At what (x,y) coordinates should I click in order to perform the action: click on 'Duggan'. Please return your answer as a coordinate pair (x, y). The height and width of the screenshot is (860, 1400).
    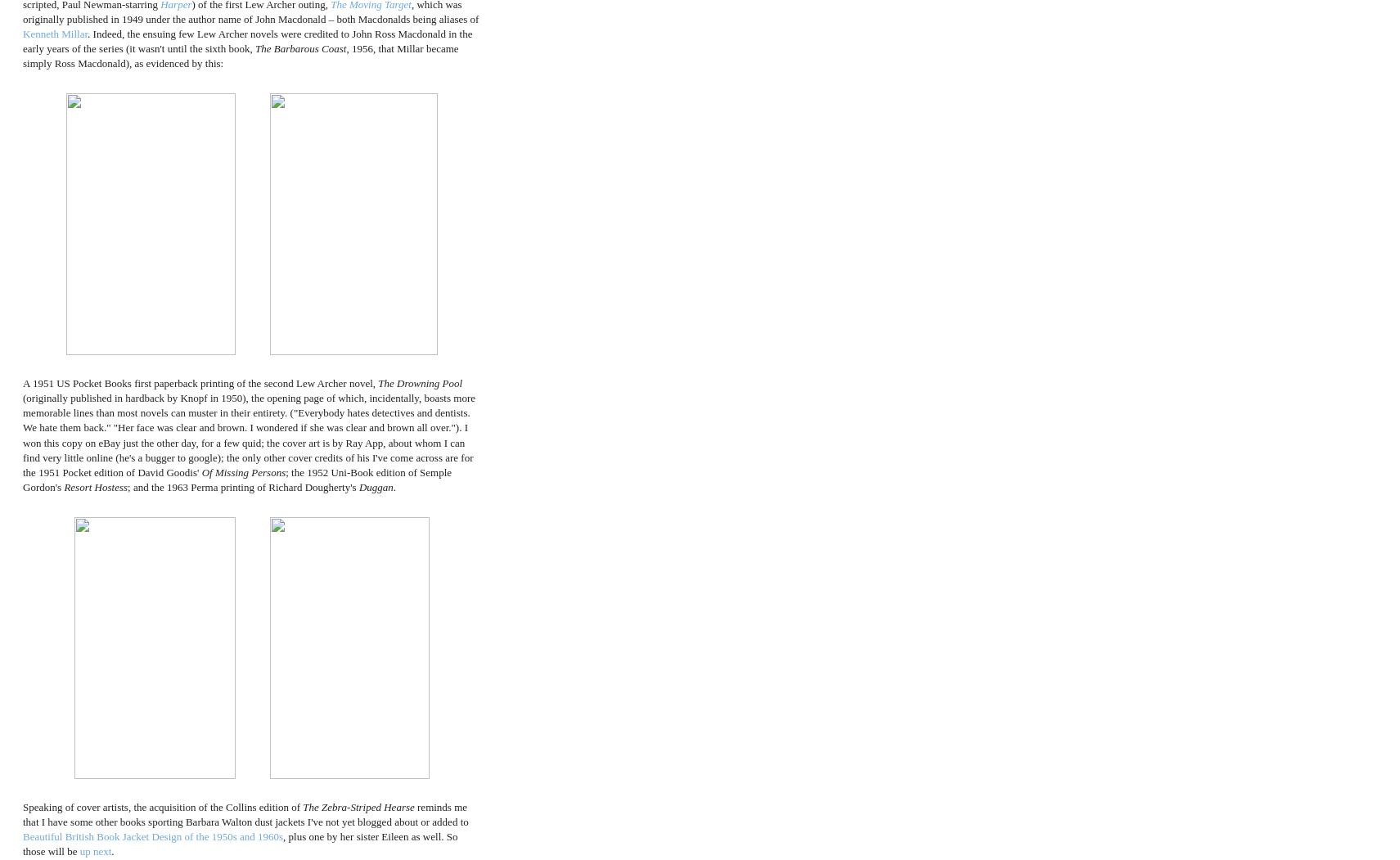
    Looking at the image, I should click on (376, 487).